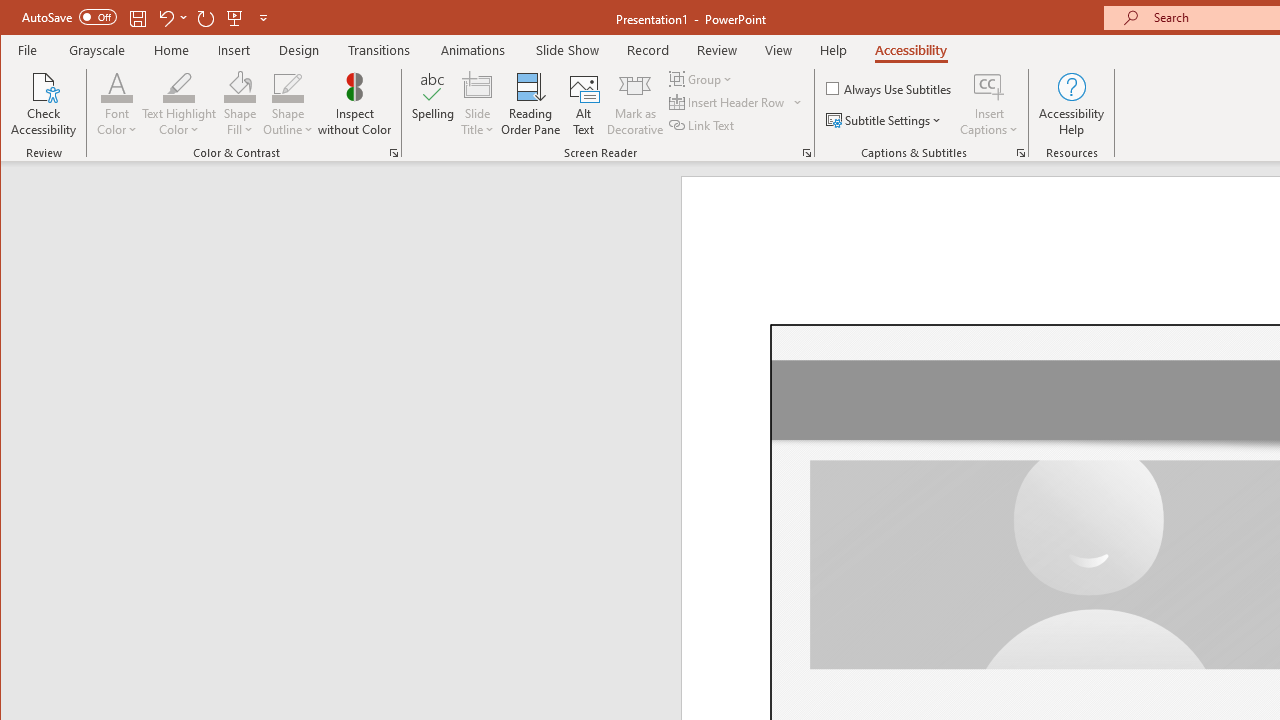 The image size is (1280, 720). What do you see at coordinates (96, 49) in the screenshot?
I see `'Grayscale'` at bounding box center [96, 49].